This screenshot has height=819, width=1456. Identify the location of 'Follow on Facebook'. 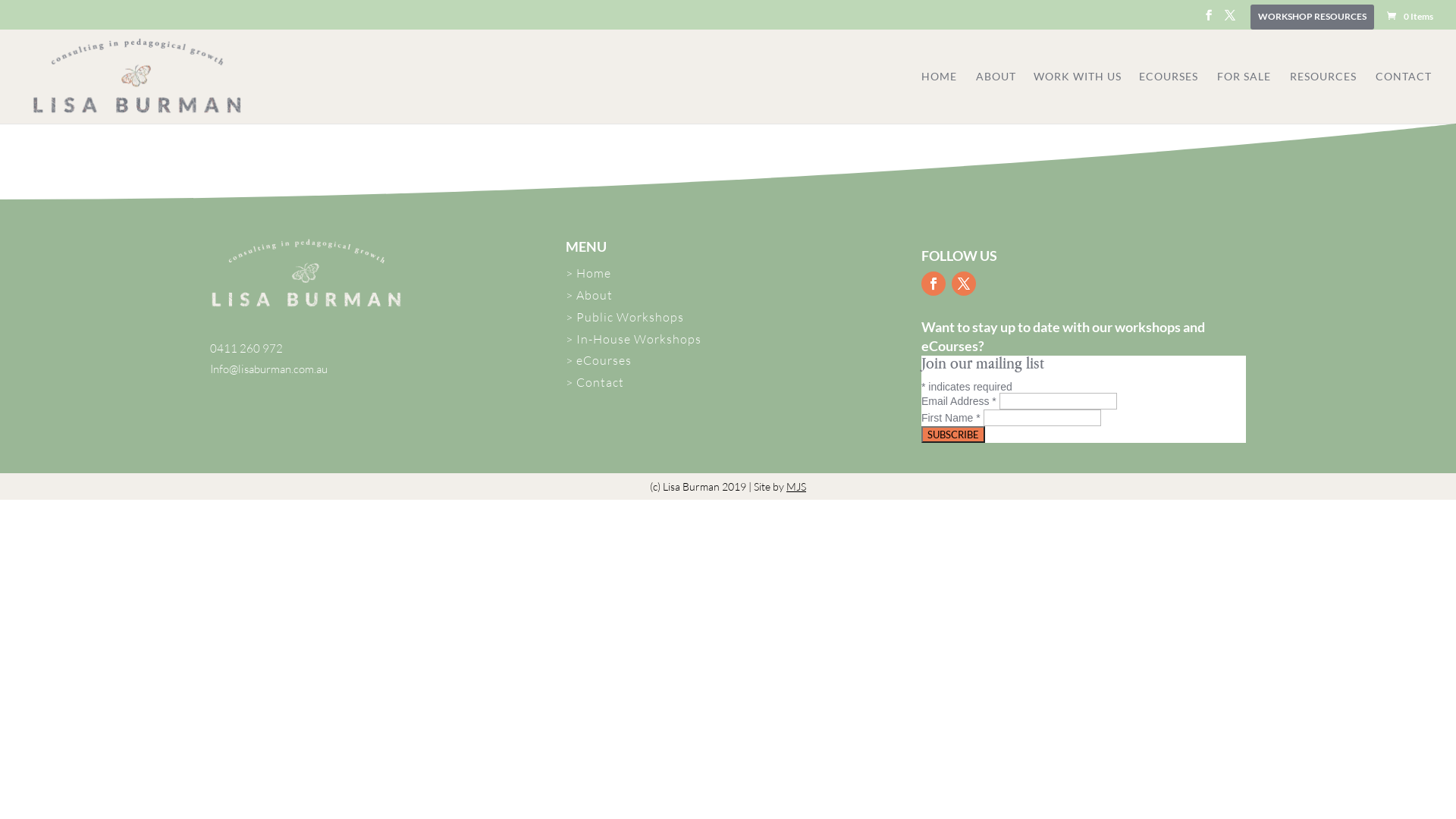
(932, 284).